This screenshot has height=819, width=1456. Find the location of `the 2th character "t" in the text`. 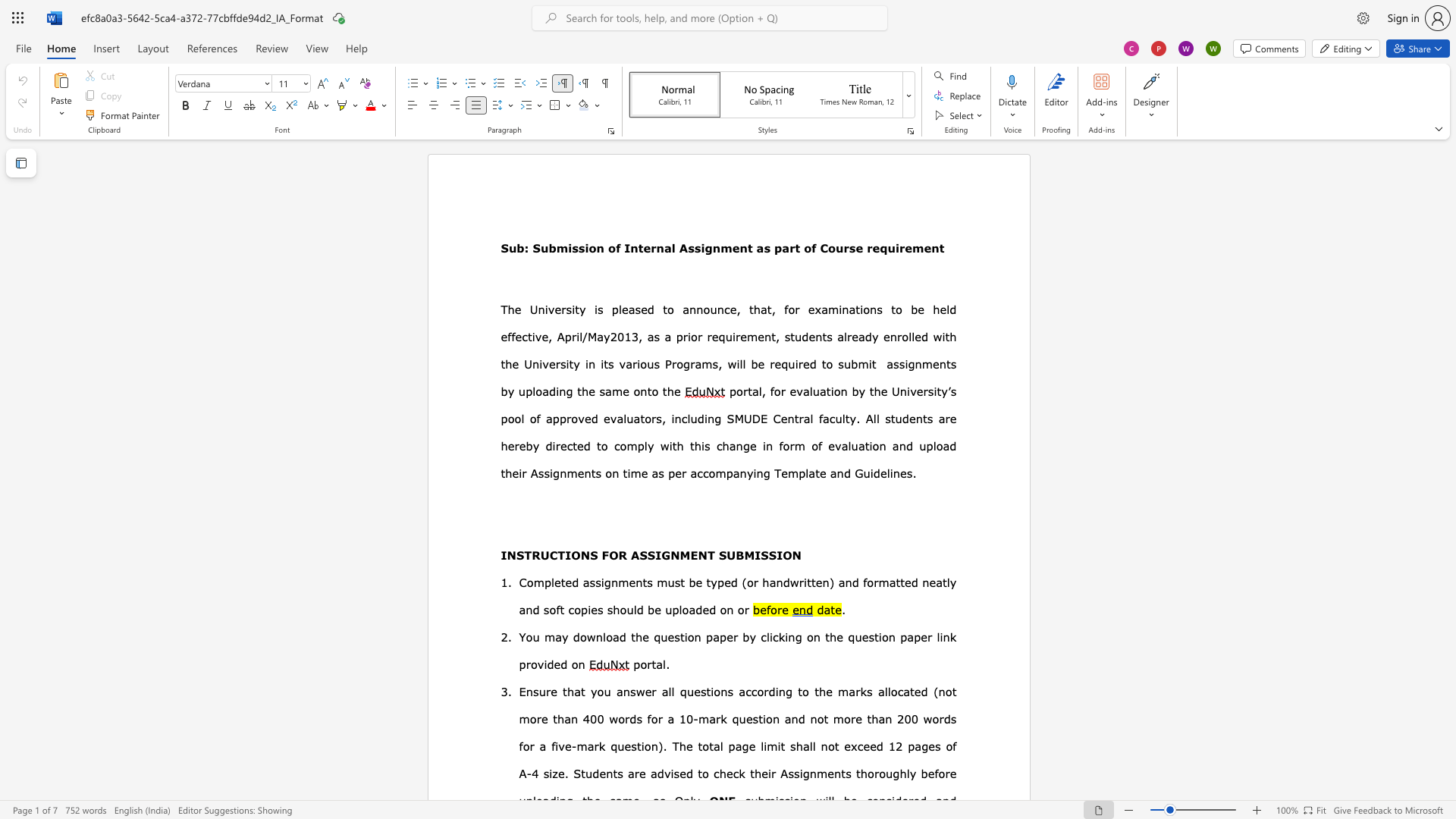

the 2th character "t" in the text is located at coordinates (503, 363).